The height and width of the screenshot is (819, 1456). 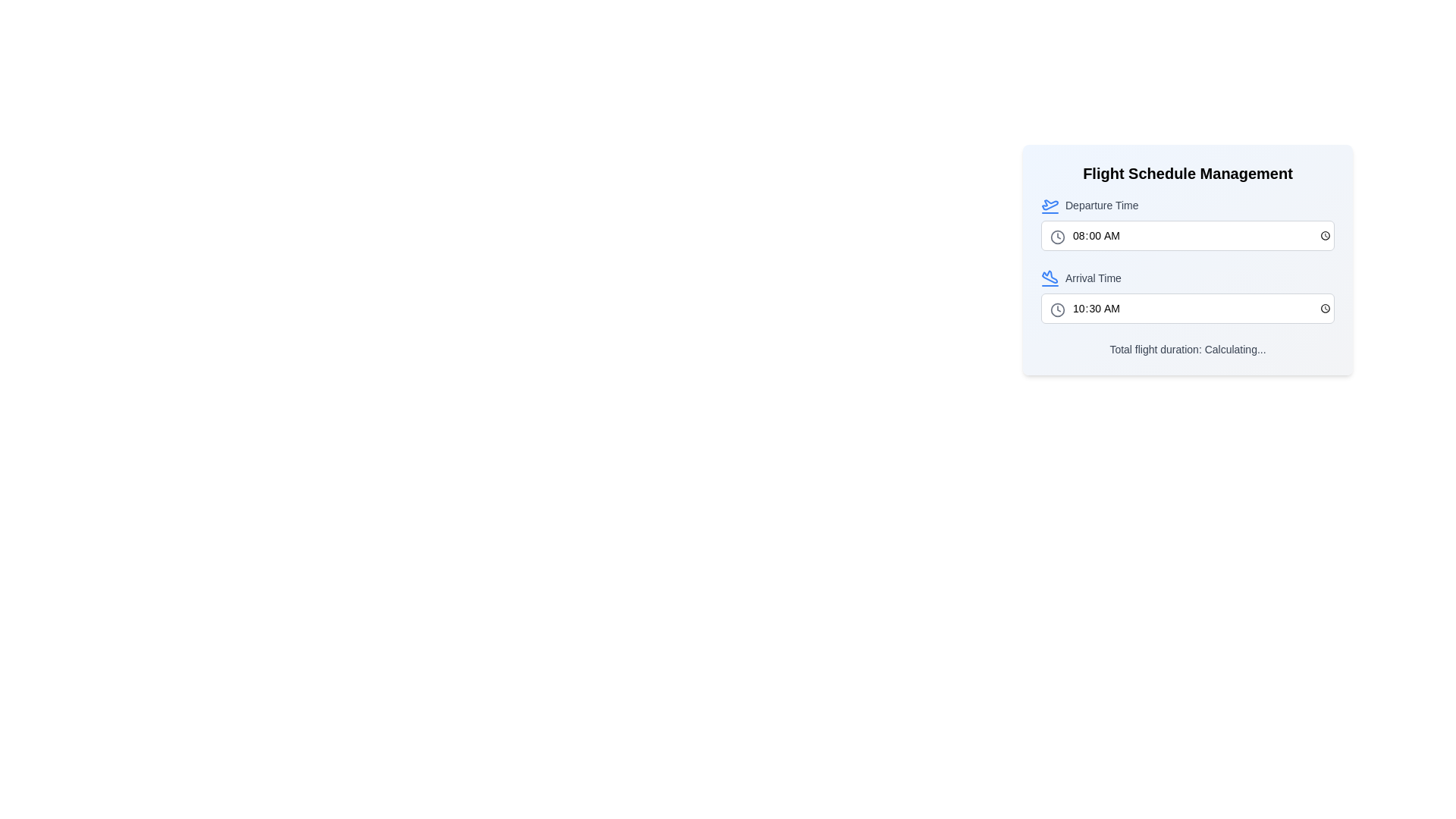 I want to click on the Time input field located in the 'Arrival Time' section of the form by tab navigation, so click(x=1187, y=308).